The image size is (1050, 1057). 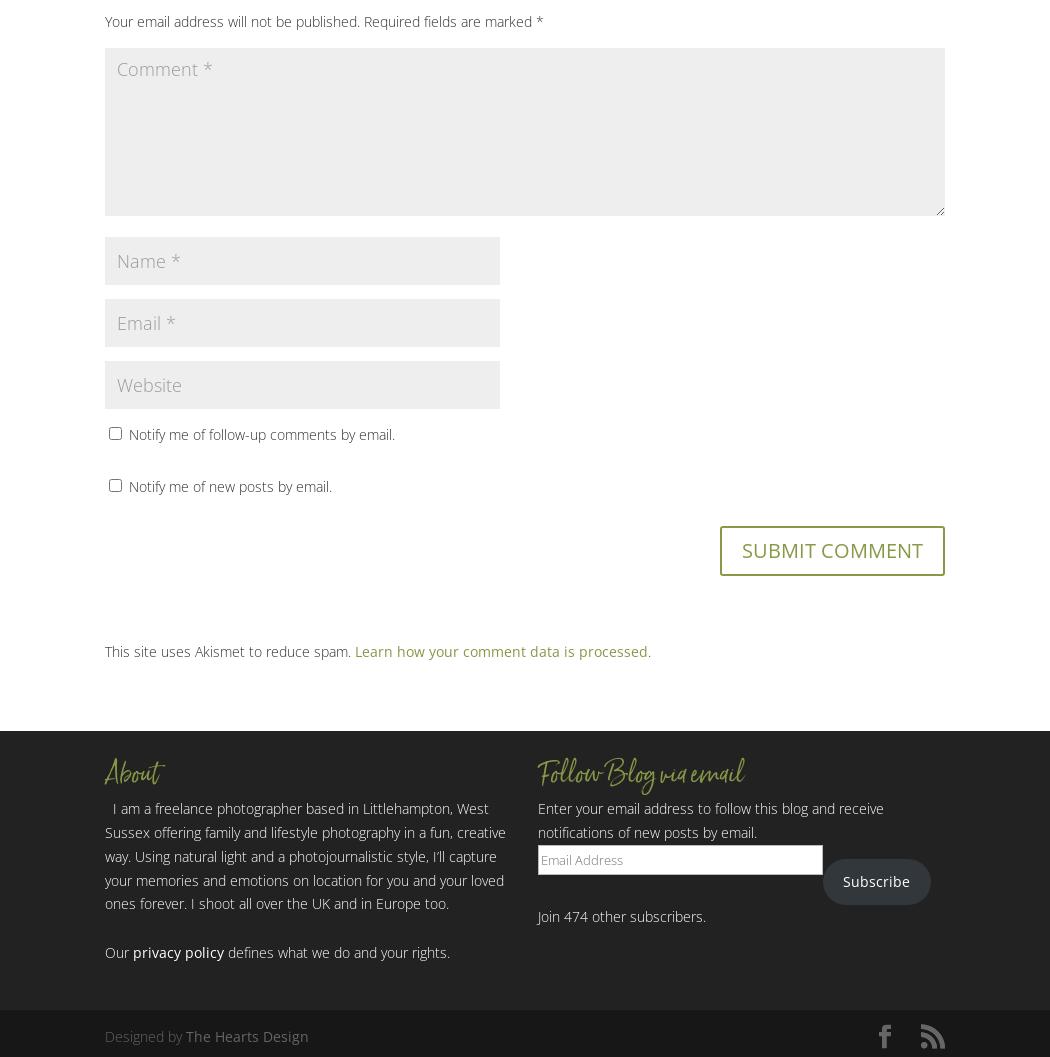 What do you see at coordinates (130, 774) in the screenshot?
I see `'About'` at bounding box center [130, 774].